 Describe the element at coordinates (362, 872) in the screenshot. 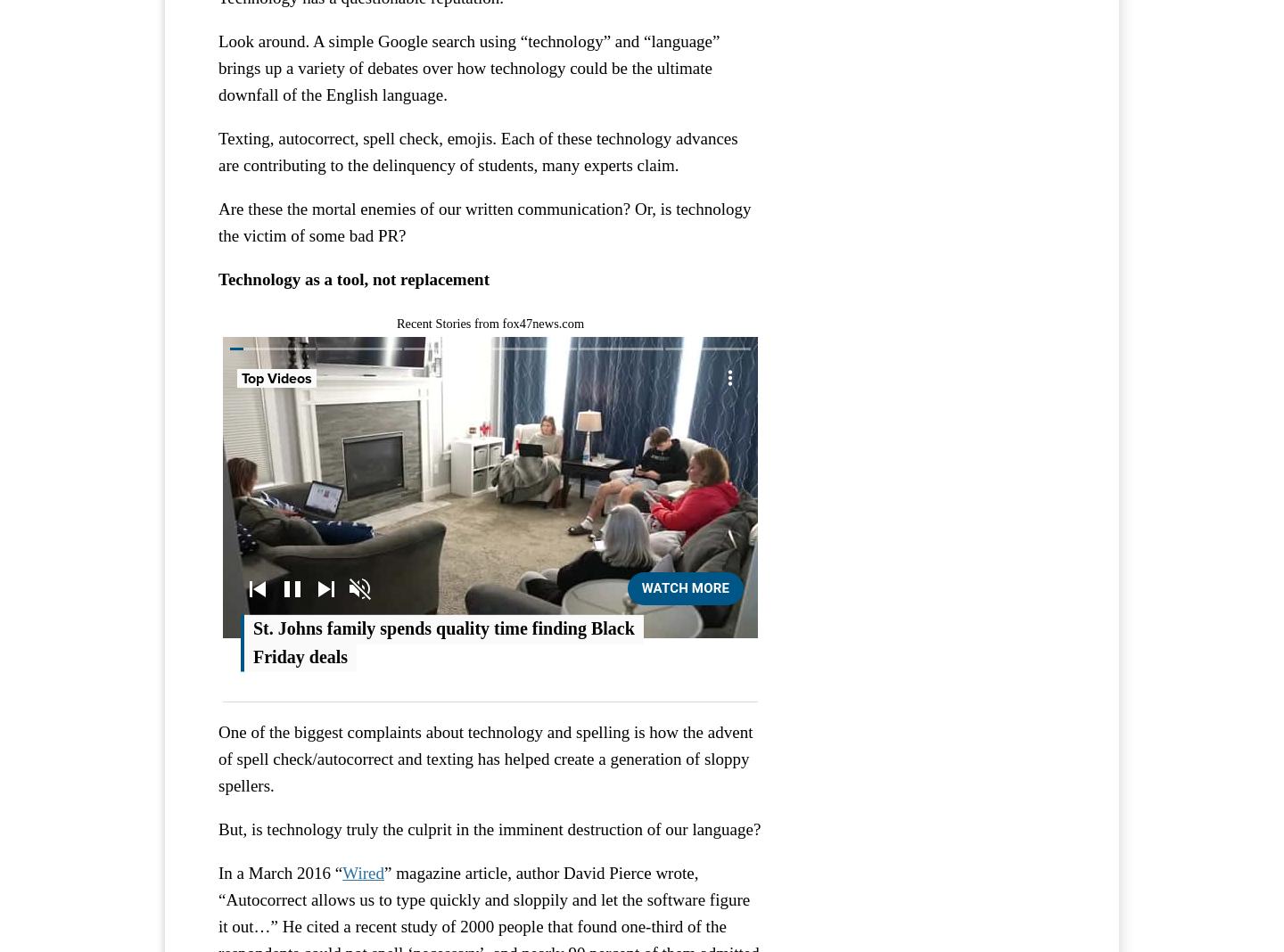

I see `'Wired'` at that location.